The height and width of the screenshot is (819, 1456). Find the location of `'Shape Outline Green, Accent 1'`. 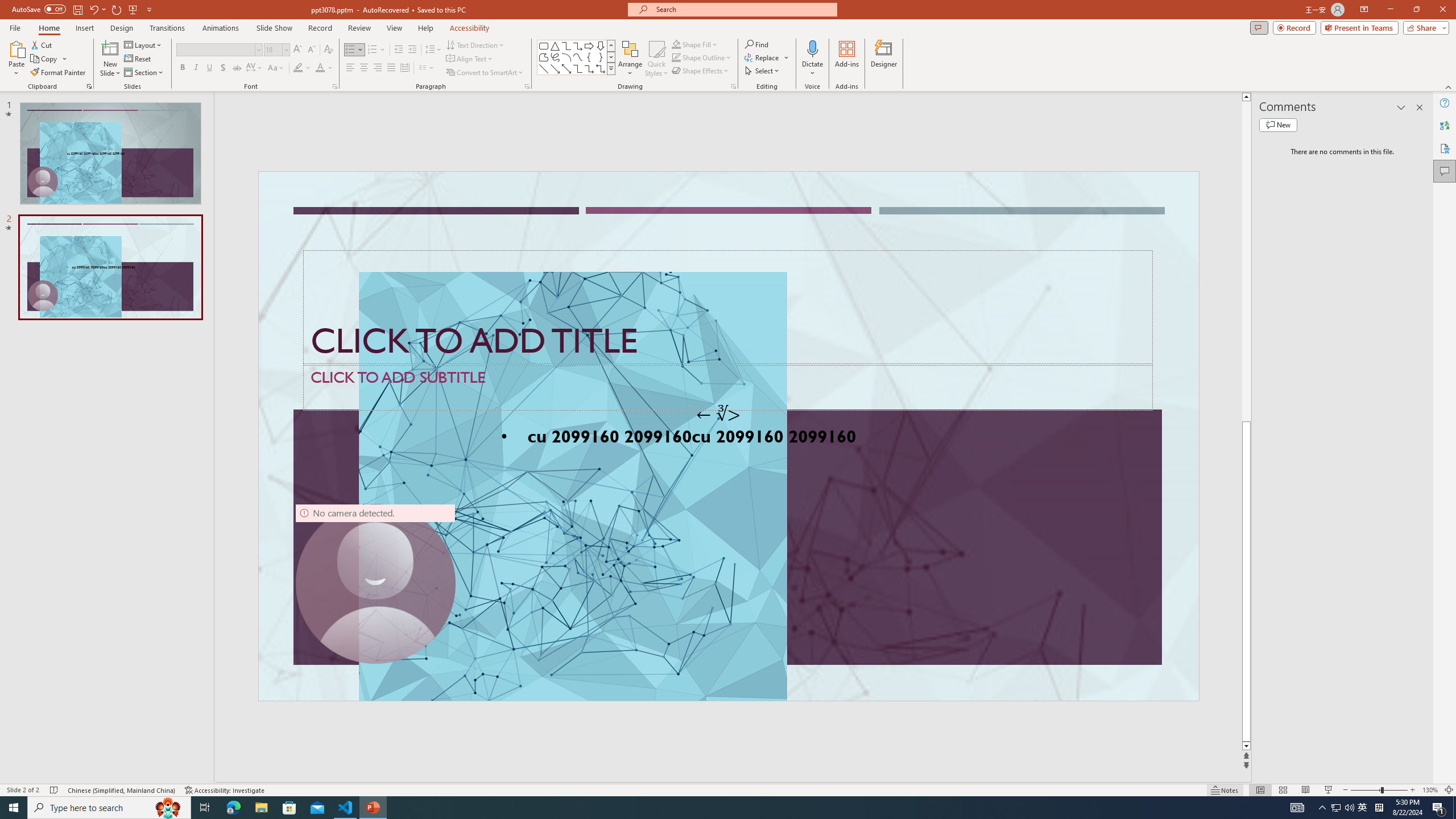

'Shape Outline Green, Accent 1' is located at coordinates (676, 56).